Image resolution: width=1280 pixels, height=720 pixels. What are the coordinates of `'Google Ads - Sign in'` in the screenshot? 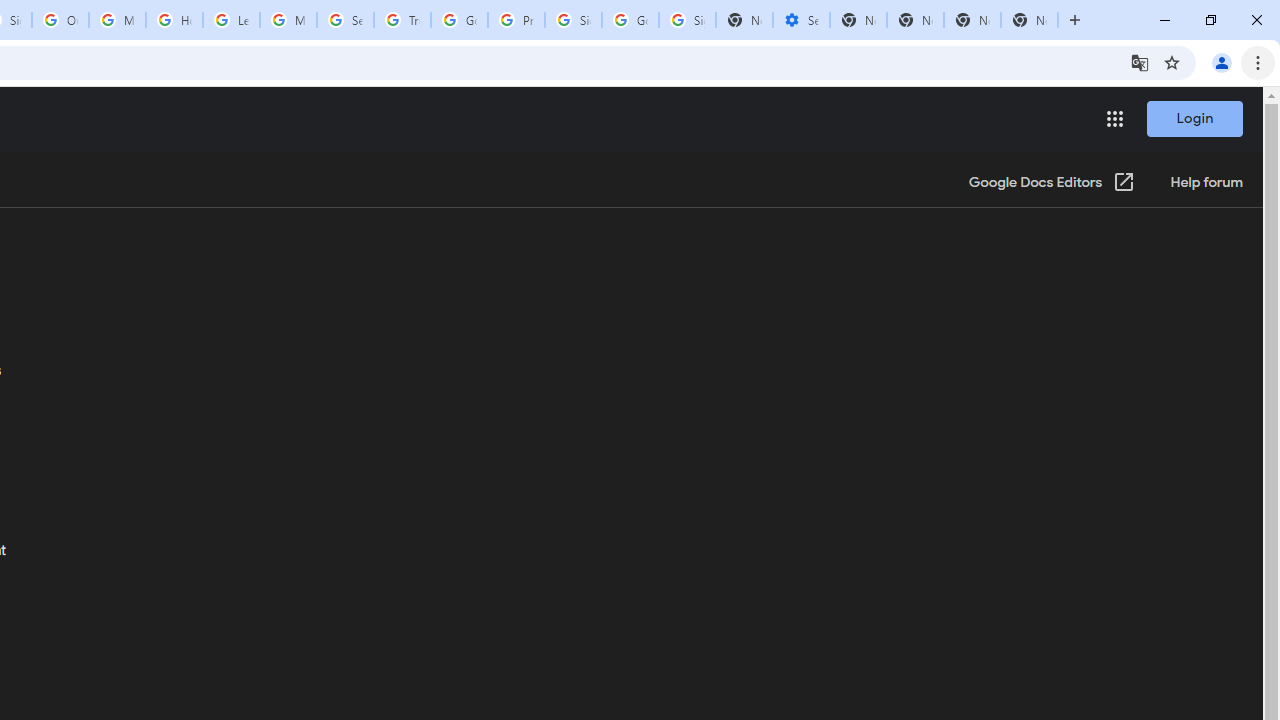 It's located at (458, 20).